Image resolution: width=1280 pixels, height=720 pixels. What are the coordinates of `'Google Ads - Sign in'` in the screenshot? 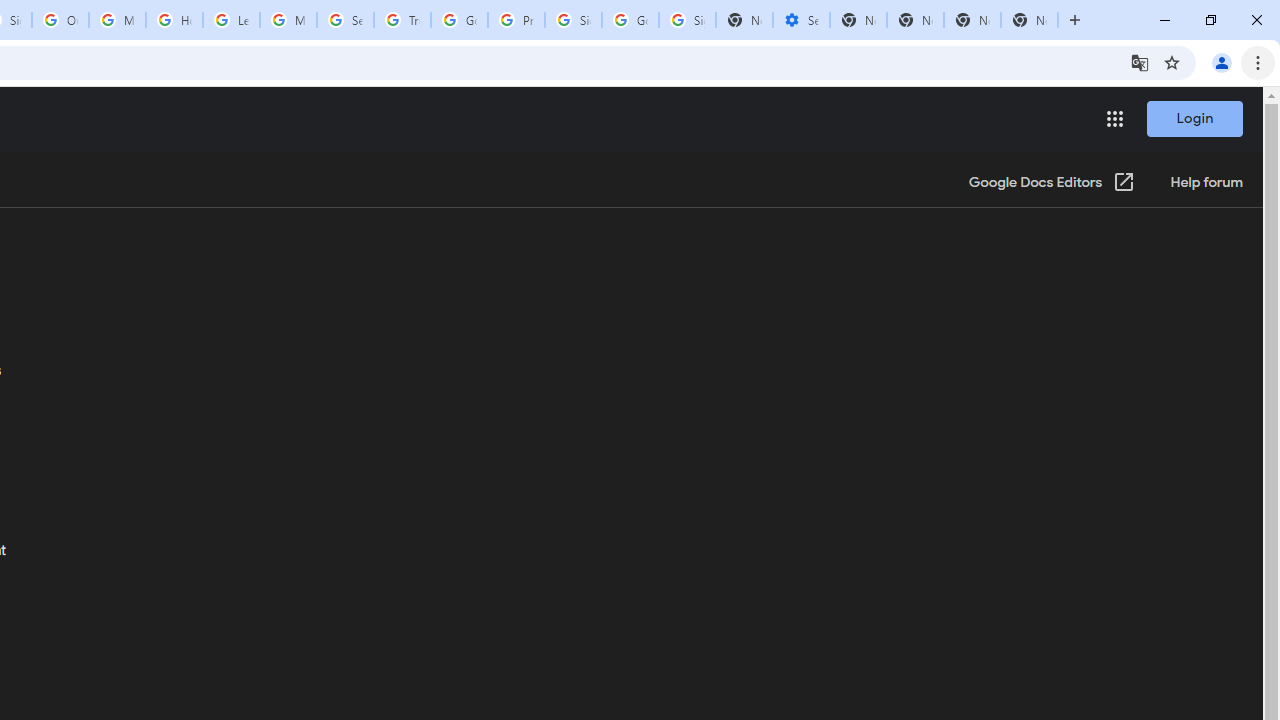 It's located at (458, 20).